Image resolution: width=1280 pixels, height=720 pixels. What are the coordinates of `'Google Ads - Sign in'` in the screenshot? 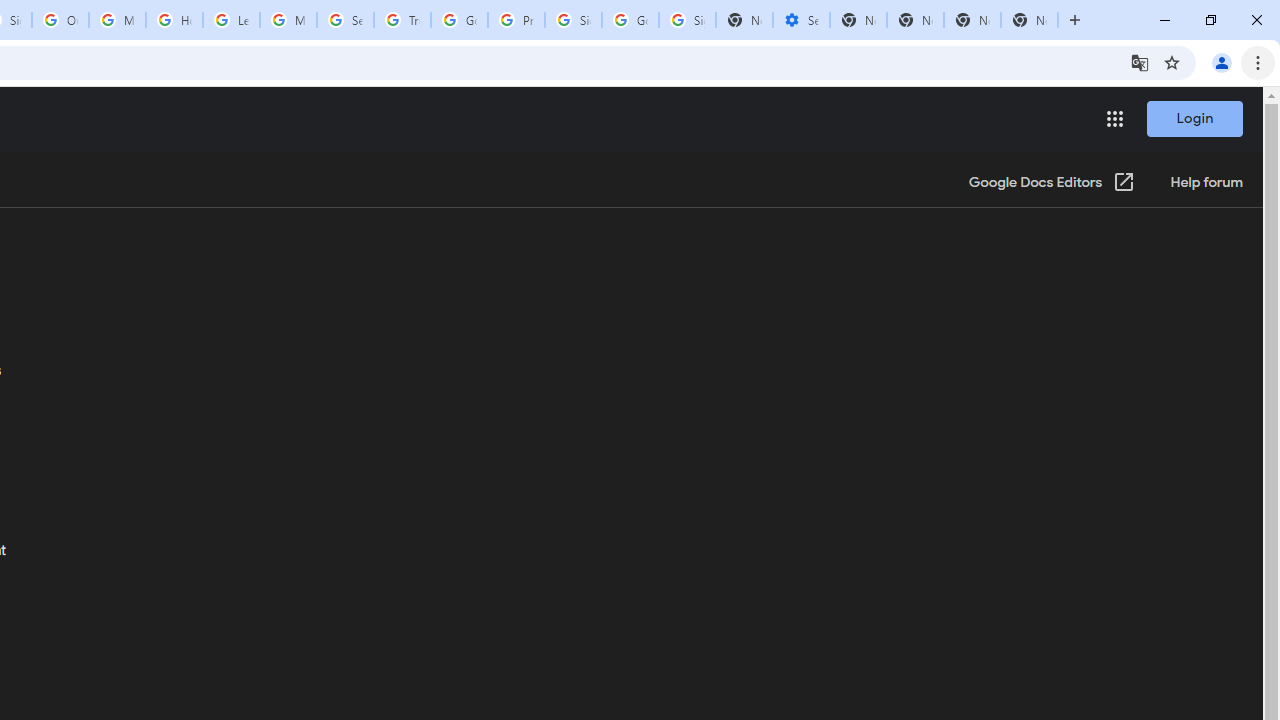 It's located at (458, 20).